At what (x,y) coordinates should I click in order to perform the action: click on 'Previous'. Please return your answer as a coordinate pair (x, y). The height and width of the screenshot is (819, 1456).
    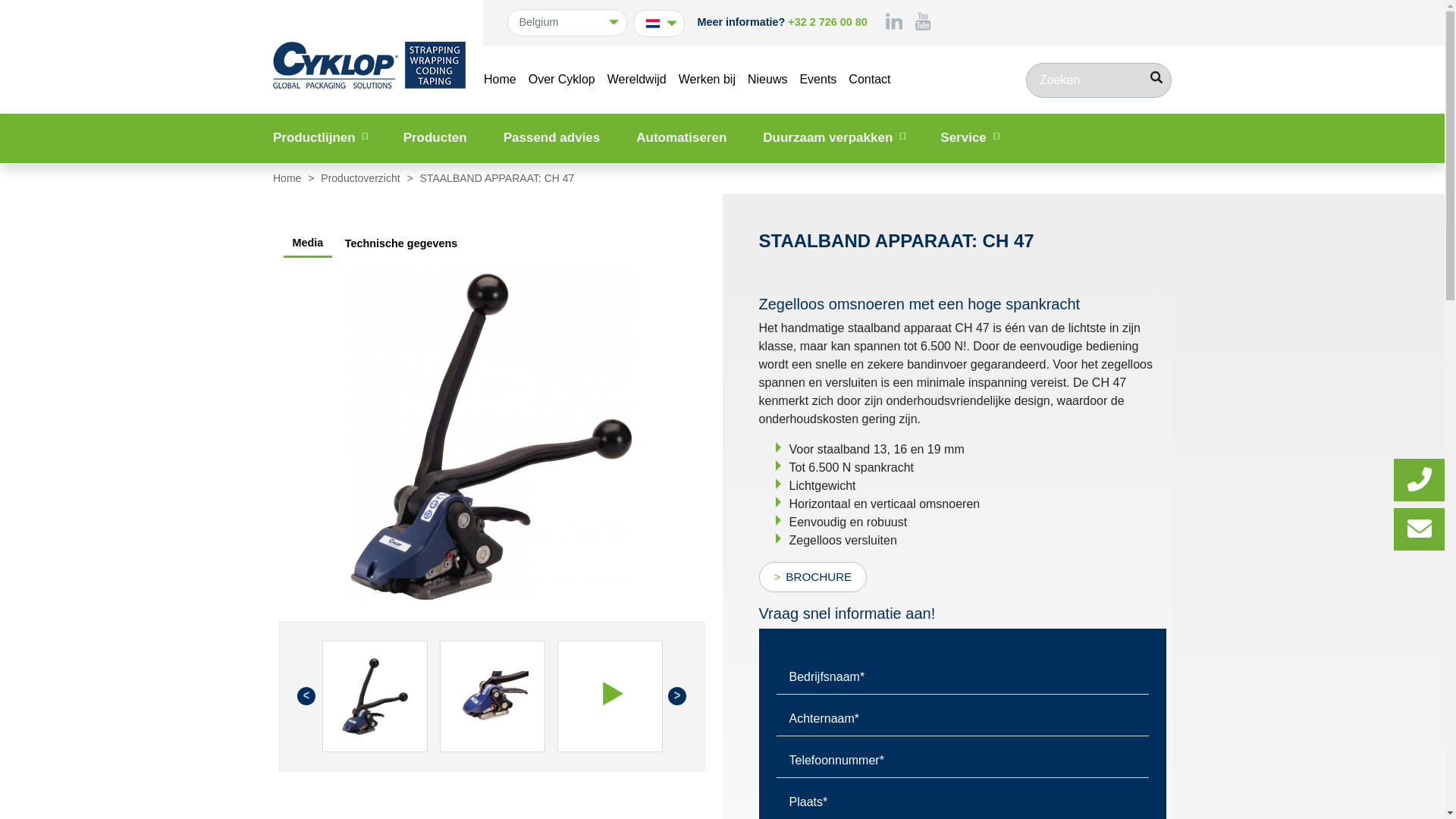
    Looking at the image, I should click on (305, 696).